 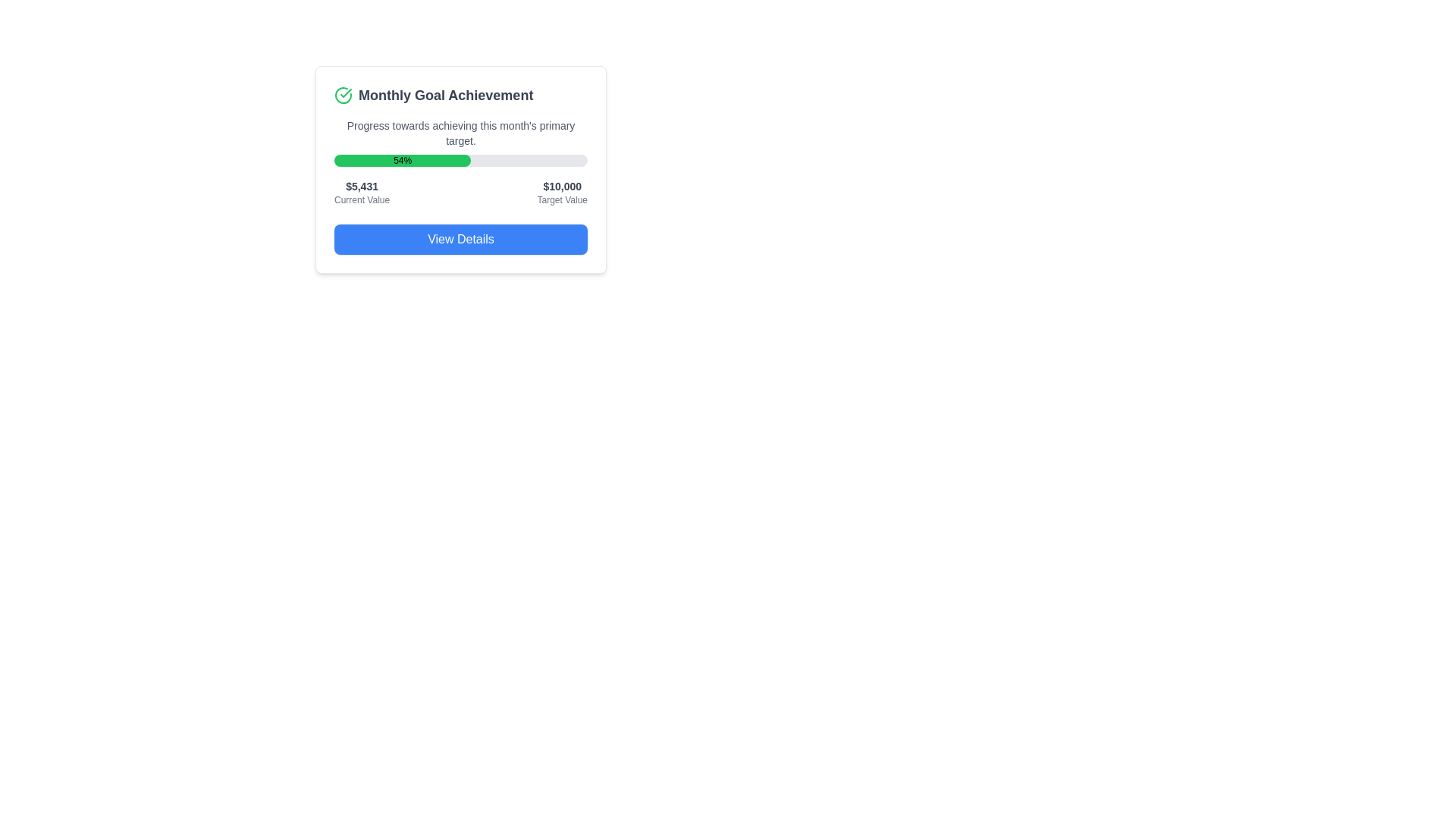 I want to click on the Progress metric display showing Current Value of '$5,431' and Target Value of '$10,000' within the 'Monthly Goal Achievement' card, so click(x=460, y=192).